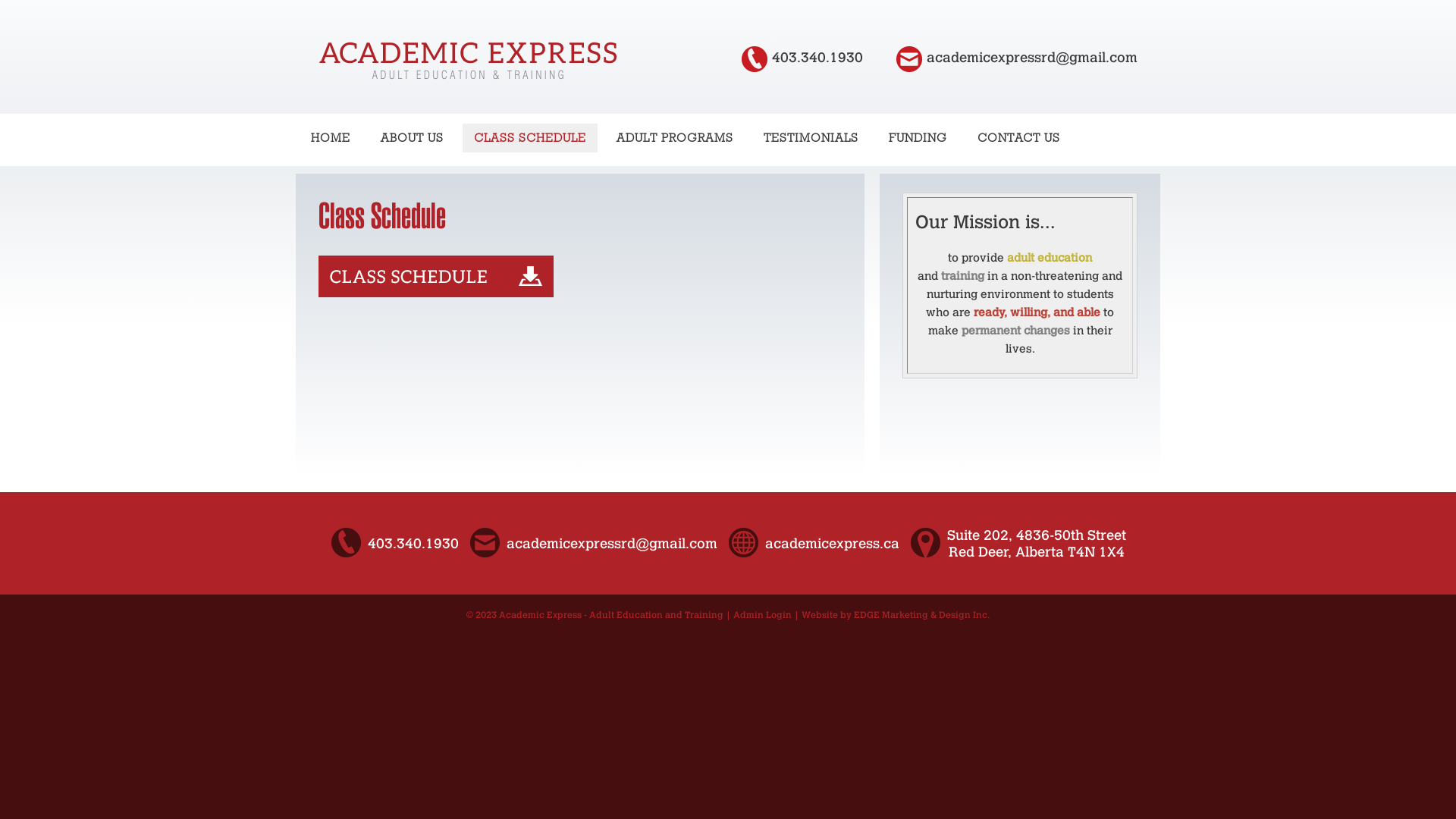  What do you see at coordinates (673, 137) in the screenshot?
I see `'ADULT PROGRAMS'` at bounding box center [673, 137].